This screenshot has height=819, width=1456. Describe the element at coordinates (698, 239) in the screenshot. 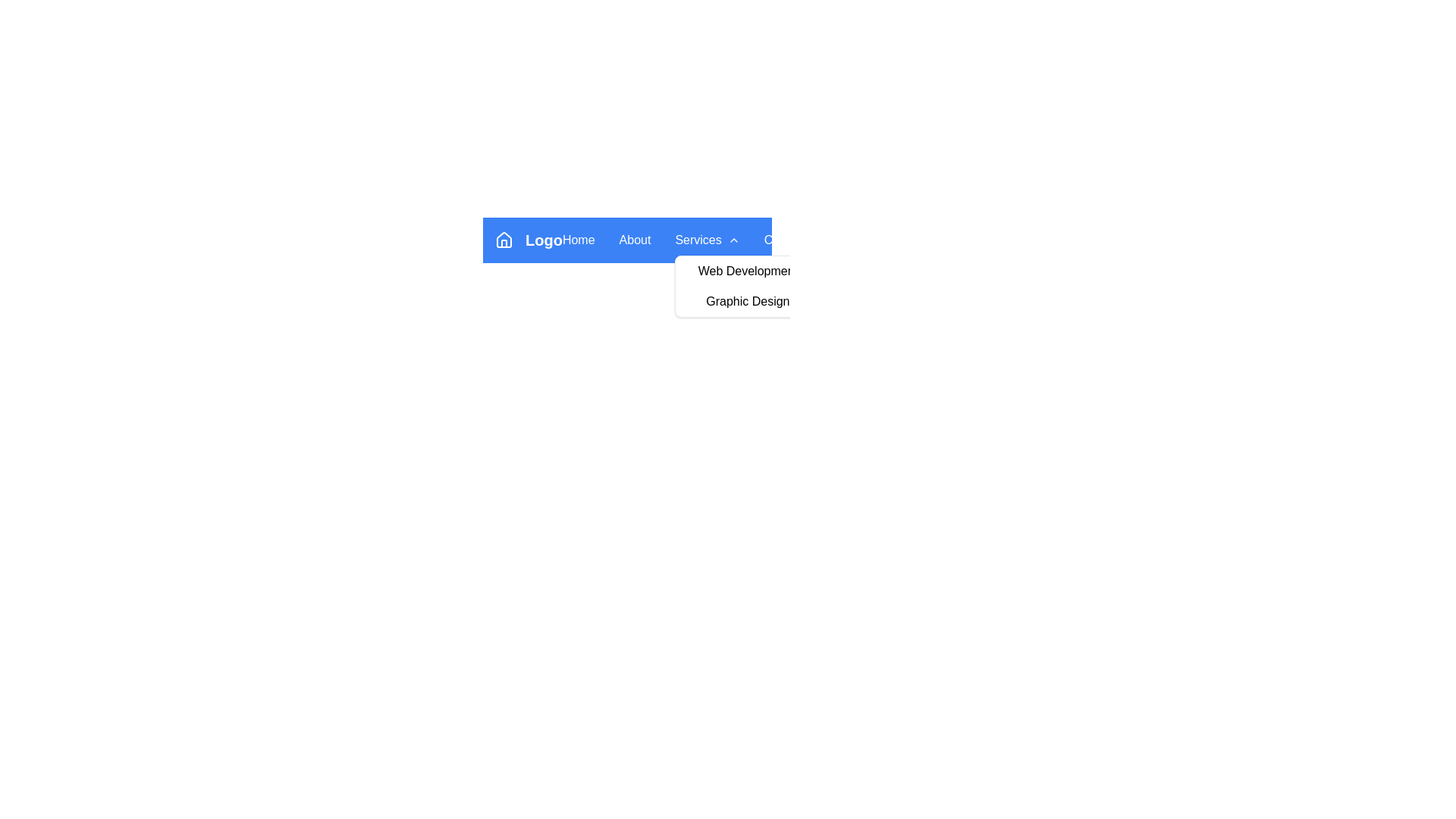

I see `the 'Services' text label, which is white on a blue background in the navigation bar` at that location.